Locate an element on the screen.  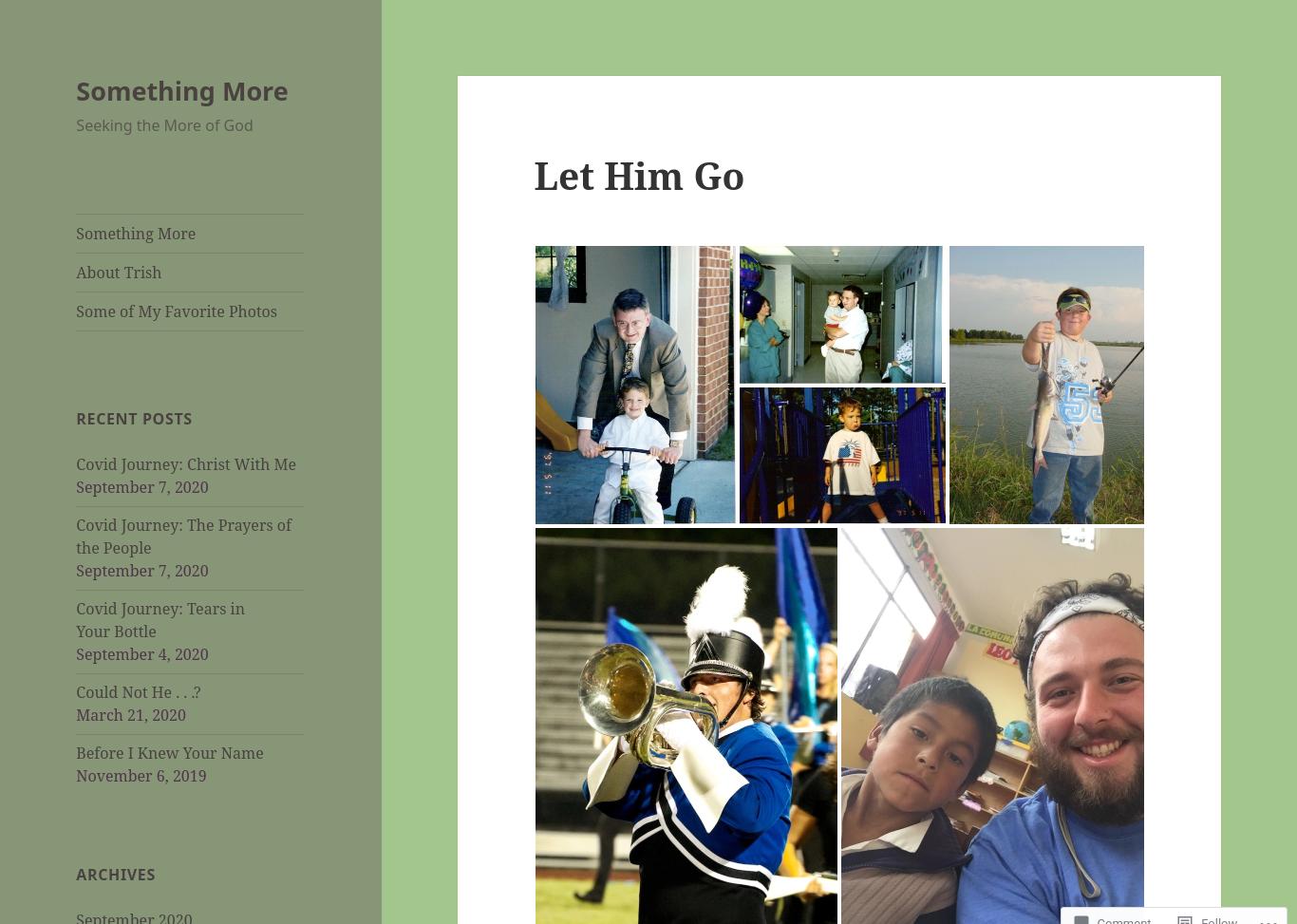
'Seeking the More of God' is located at coordinates (162, 124).